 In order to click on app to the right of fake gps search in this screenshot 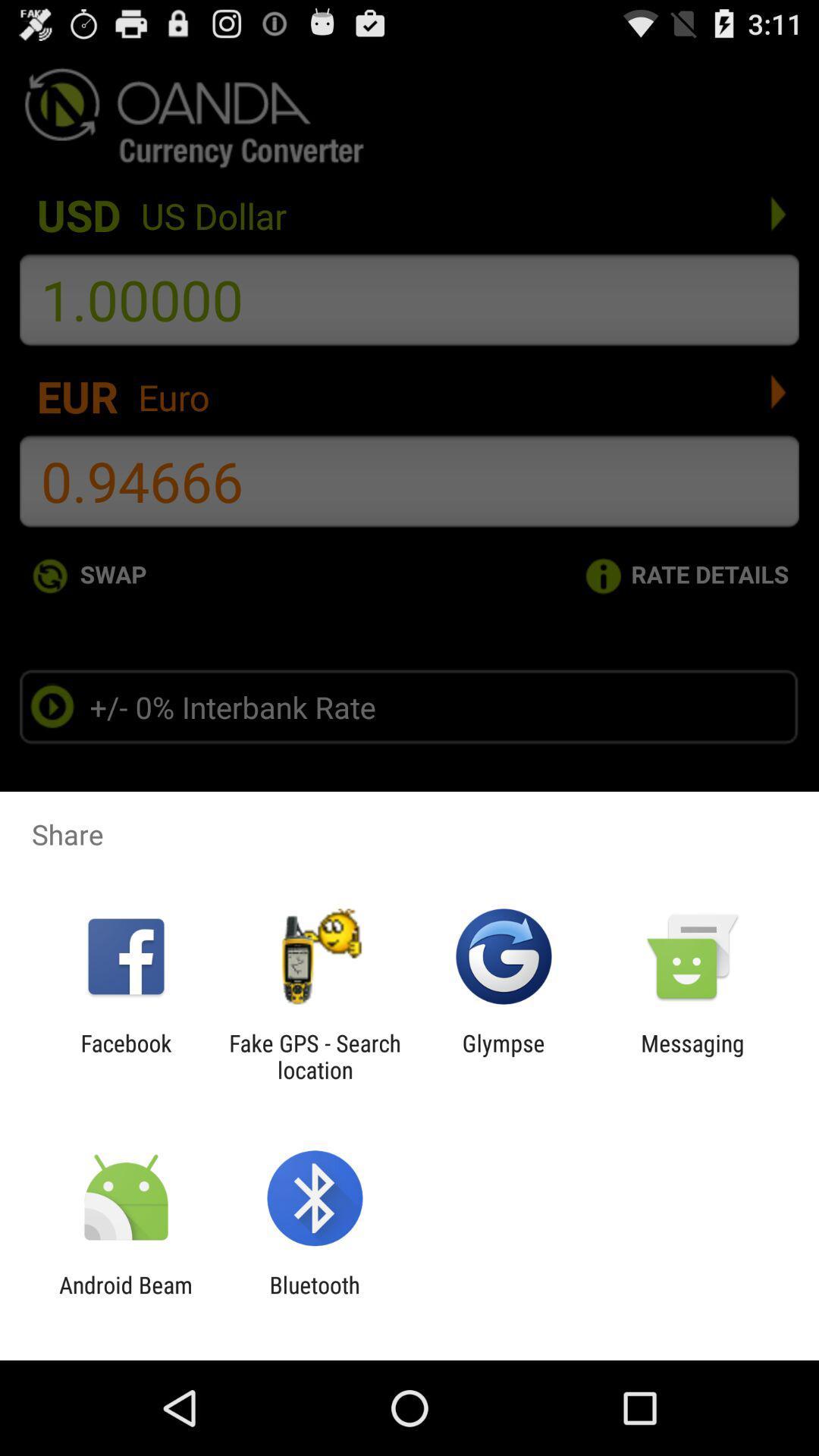, I will do `click(504, 1056)`.